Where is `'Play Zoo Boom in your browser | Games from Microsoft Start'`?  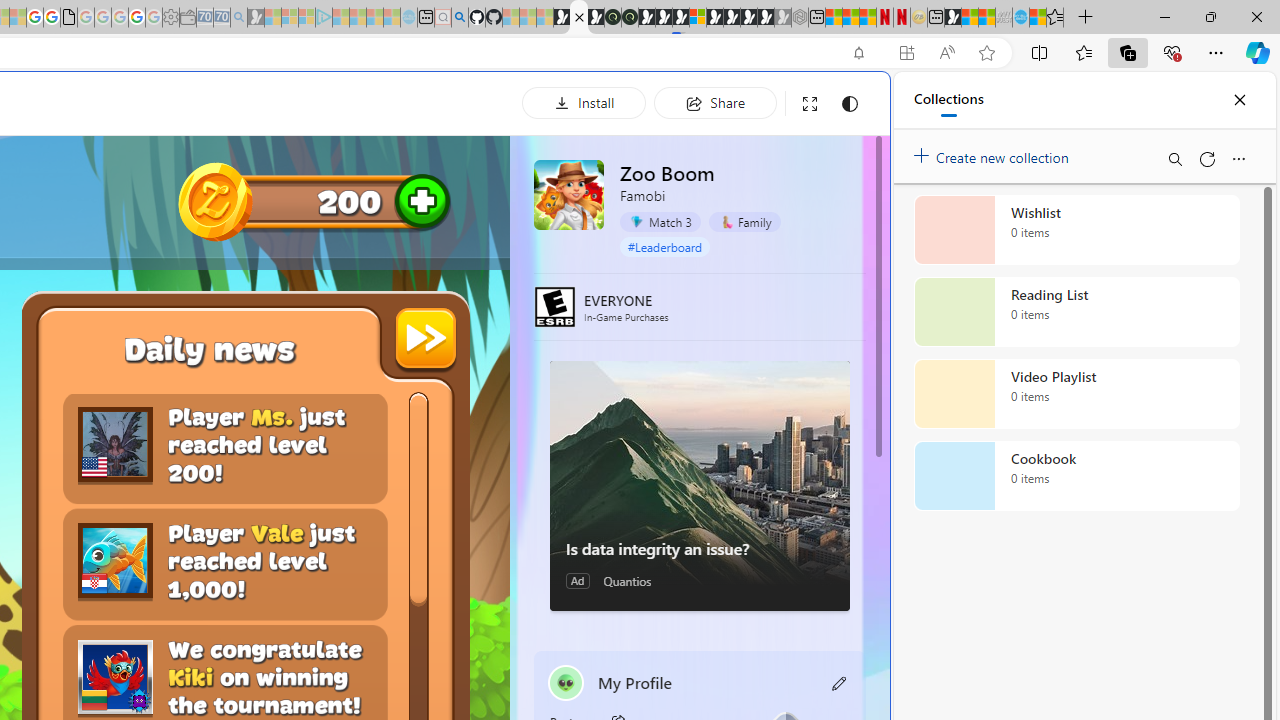
'Play Zoo Boom in your browser | Games from Microsoft Start' is located at coordinates (578, 17).